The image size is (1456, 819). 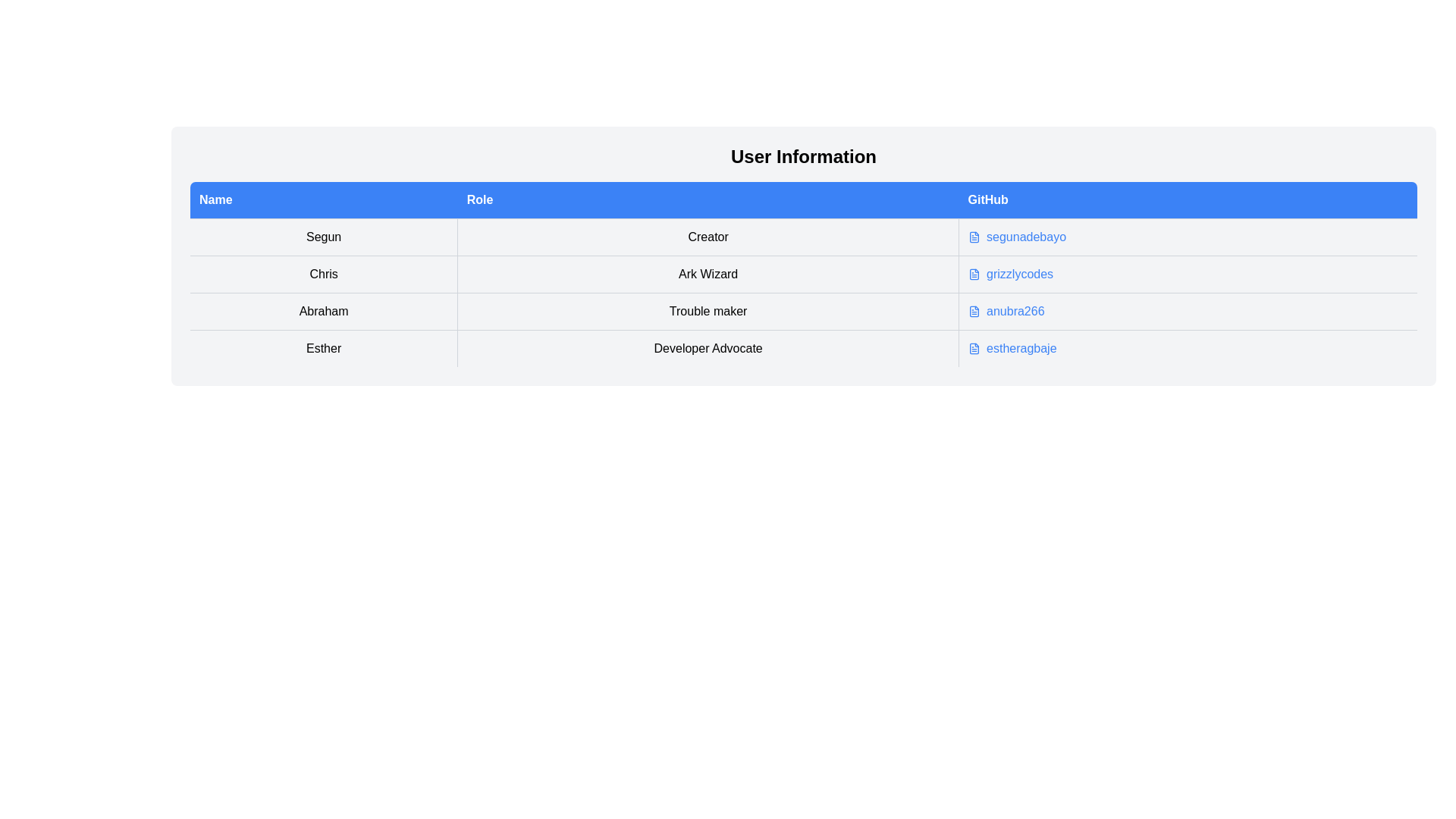 I want to click on the GitHub icon resembling a document with text, so click(x=974, y=275).